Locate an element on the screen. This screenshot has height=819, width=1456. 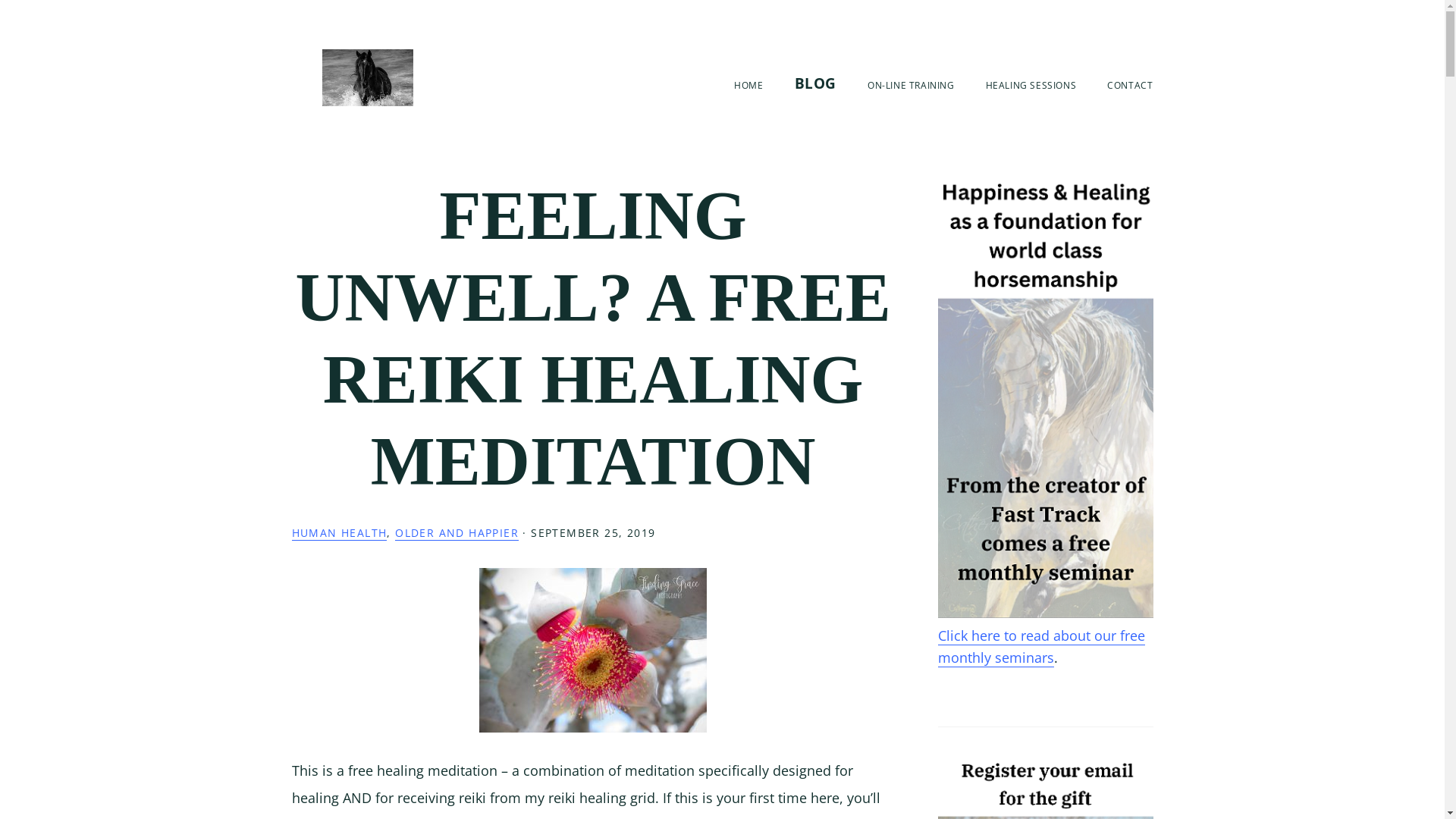
'BLOG' is located at coordinates (814, 83).